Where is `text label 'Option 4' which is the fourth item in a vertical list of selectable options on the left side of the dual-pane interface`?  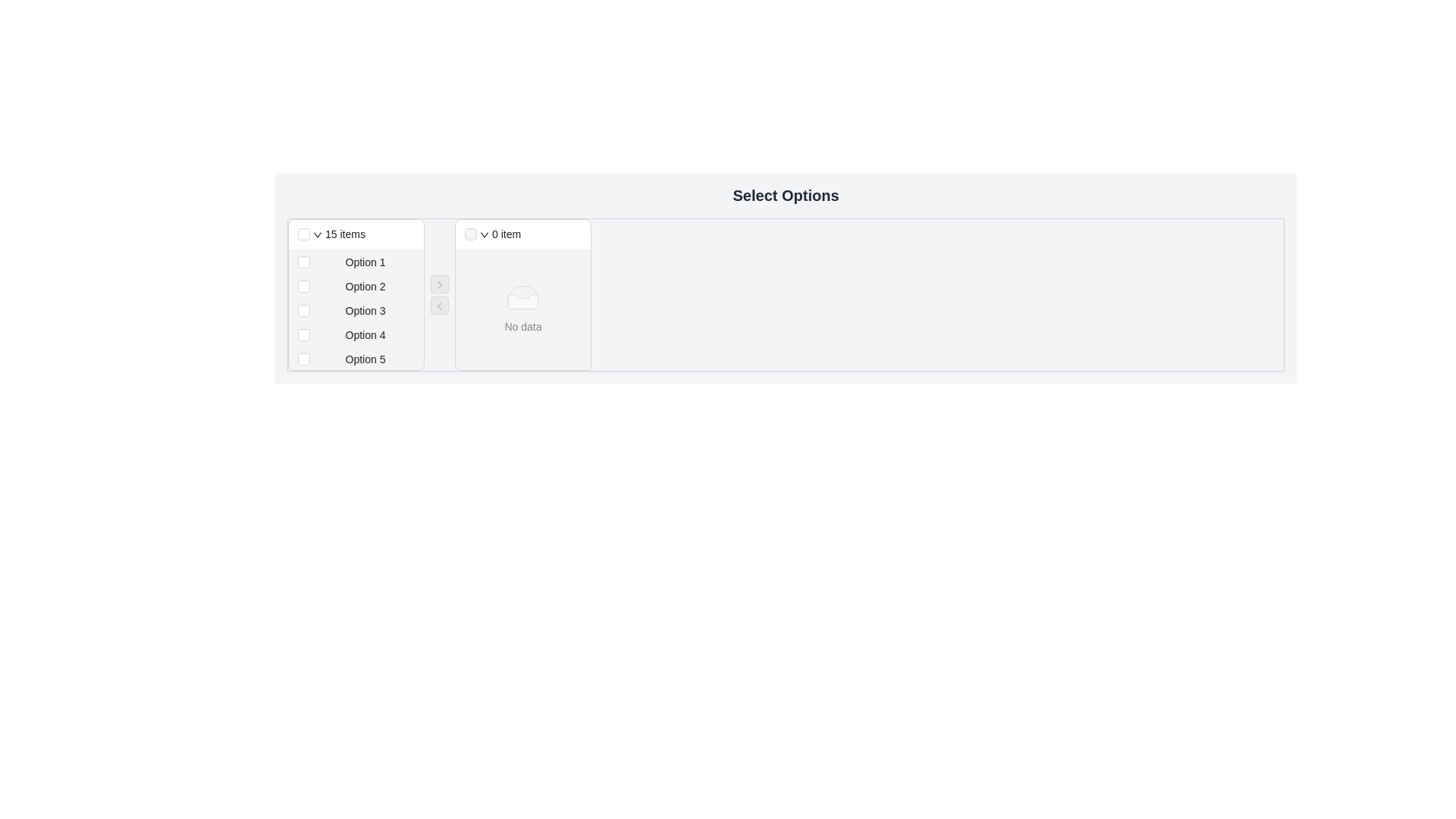
text label 'Option 4' which is the fourth item in a vertical list of selectable options on the left side of the dual-pane interface is located at coordinates (365, 334).